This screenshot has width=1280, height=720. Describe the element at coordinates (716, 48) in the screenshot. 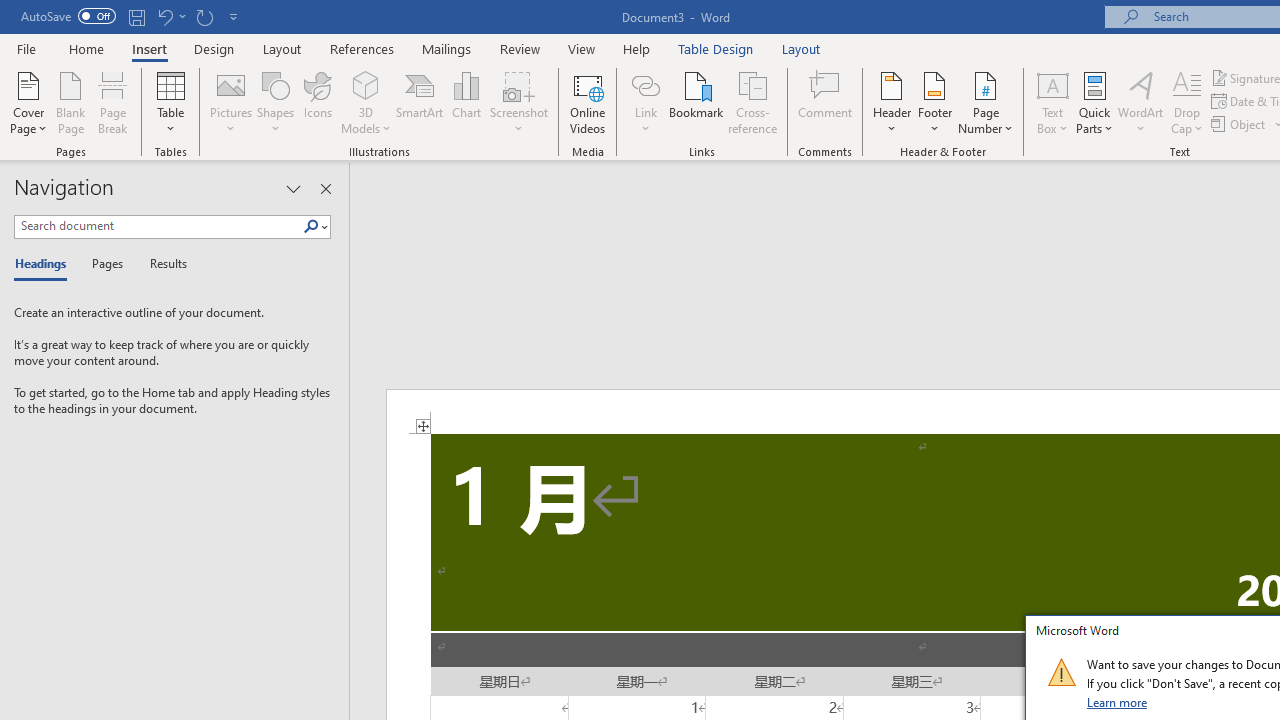

I see `'Table Design'` at that location.